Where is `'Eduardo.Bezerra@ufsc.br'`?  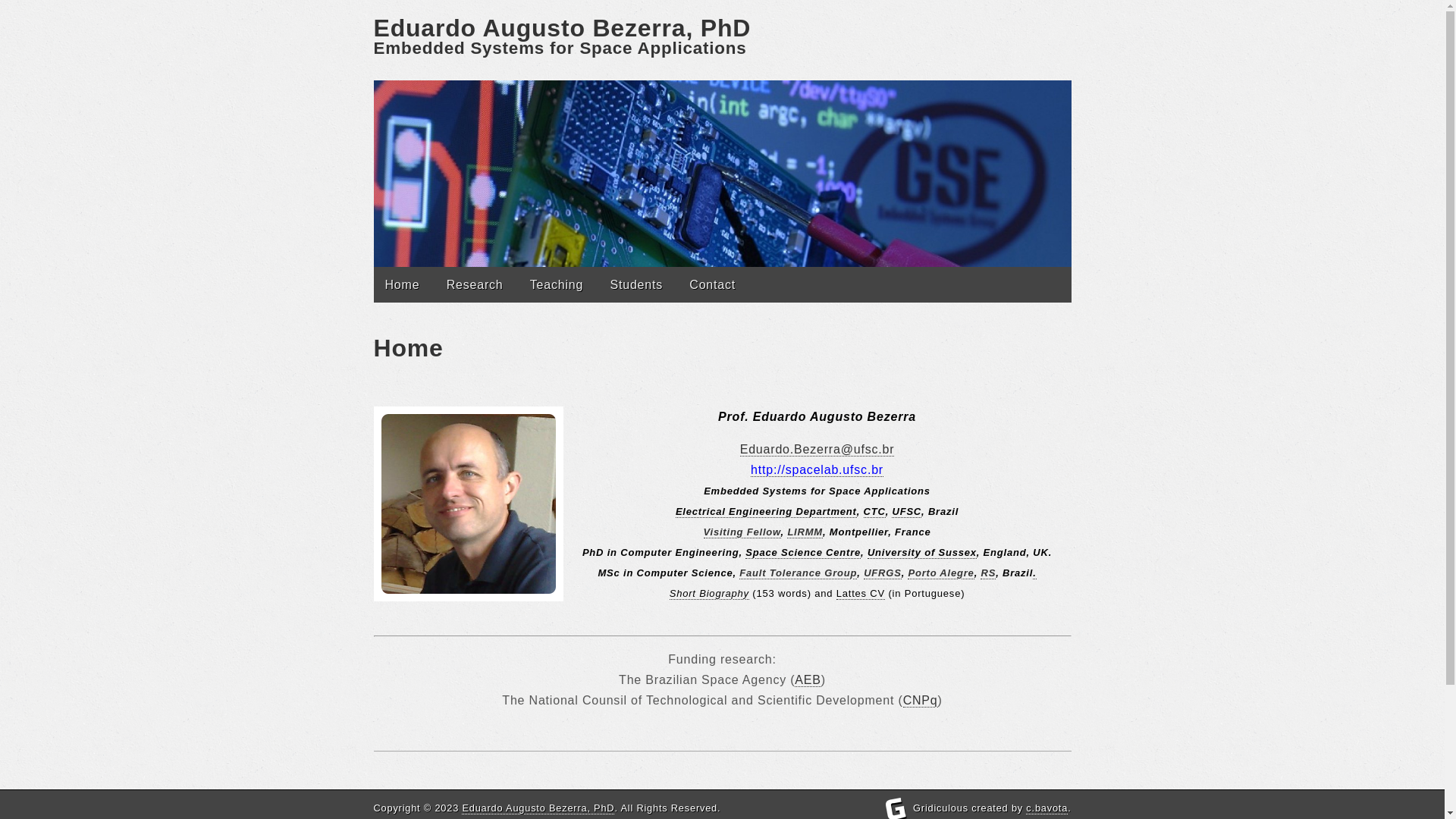
'Eduardo.Bezerra@ufsc.br' is located at coordinates (817, 449).